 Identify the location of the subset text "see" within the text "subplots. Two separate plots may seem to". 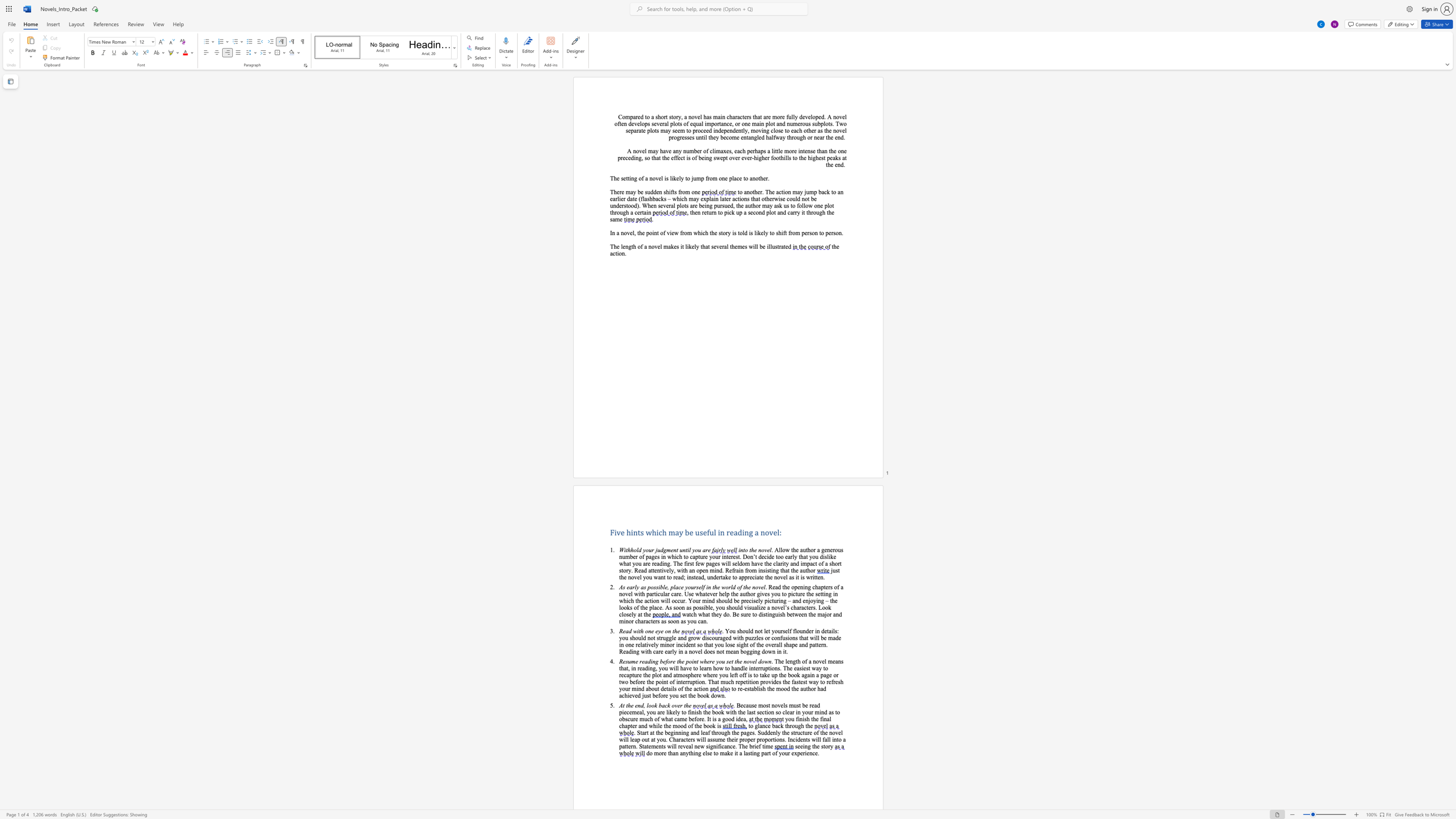
(672, 130).